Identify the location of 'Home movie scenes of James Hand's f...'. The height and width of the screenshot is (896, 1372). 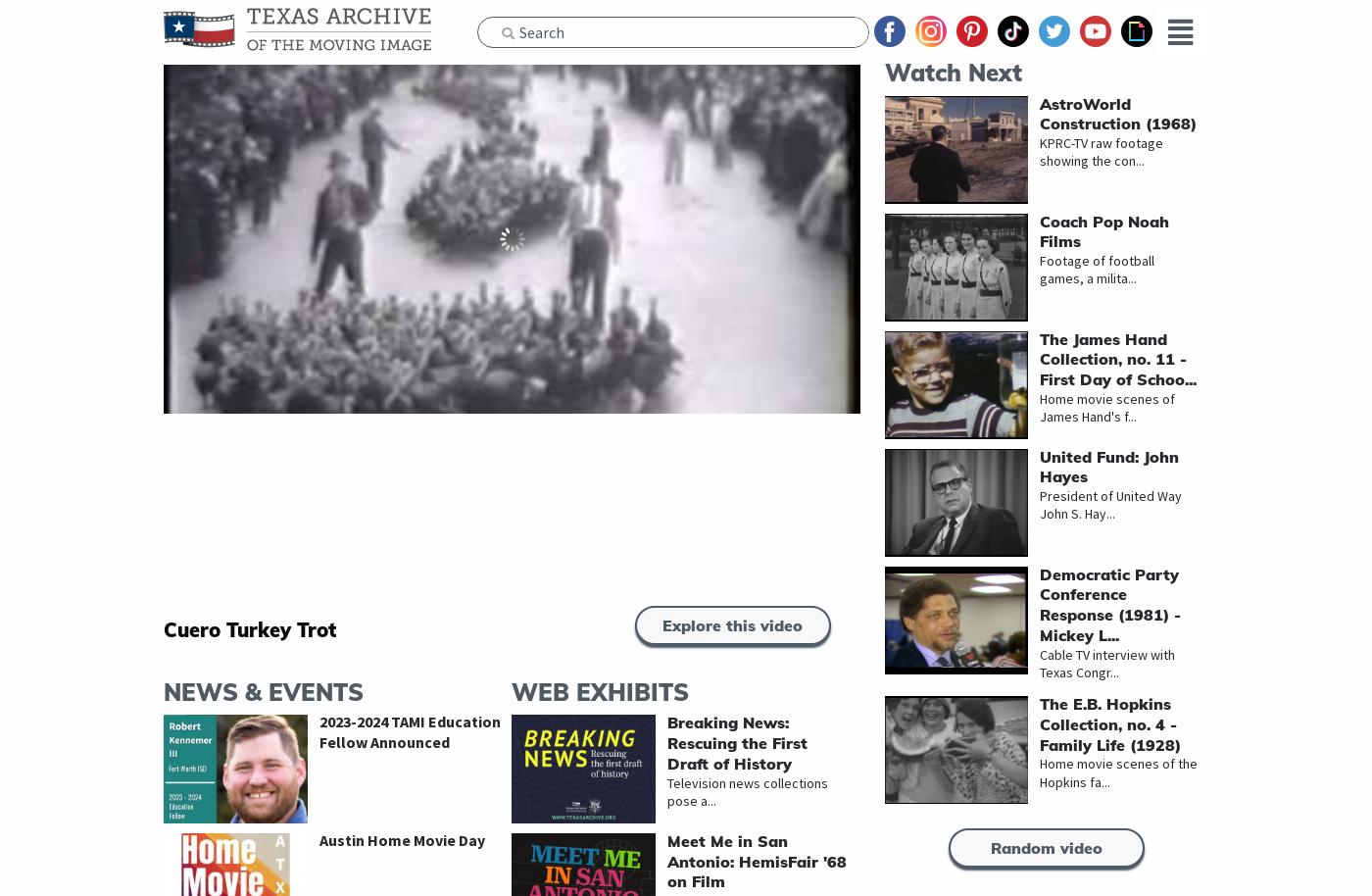
(1106, 406).